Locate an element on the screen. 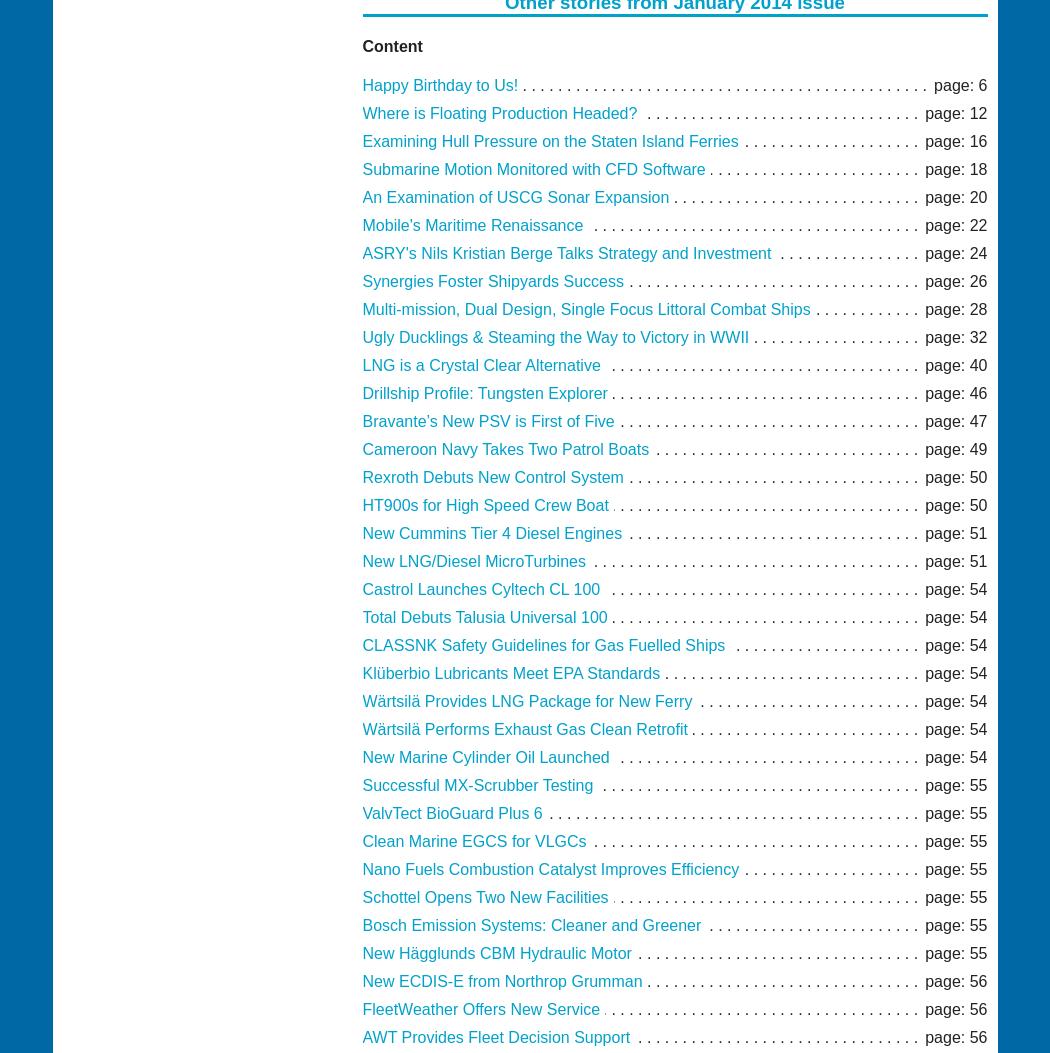 This screenshot has height=1053, width=1050. 'page: 40' is located at coordinates (955, 364).